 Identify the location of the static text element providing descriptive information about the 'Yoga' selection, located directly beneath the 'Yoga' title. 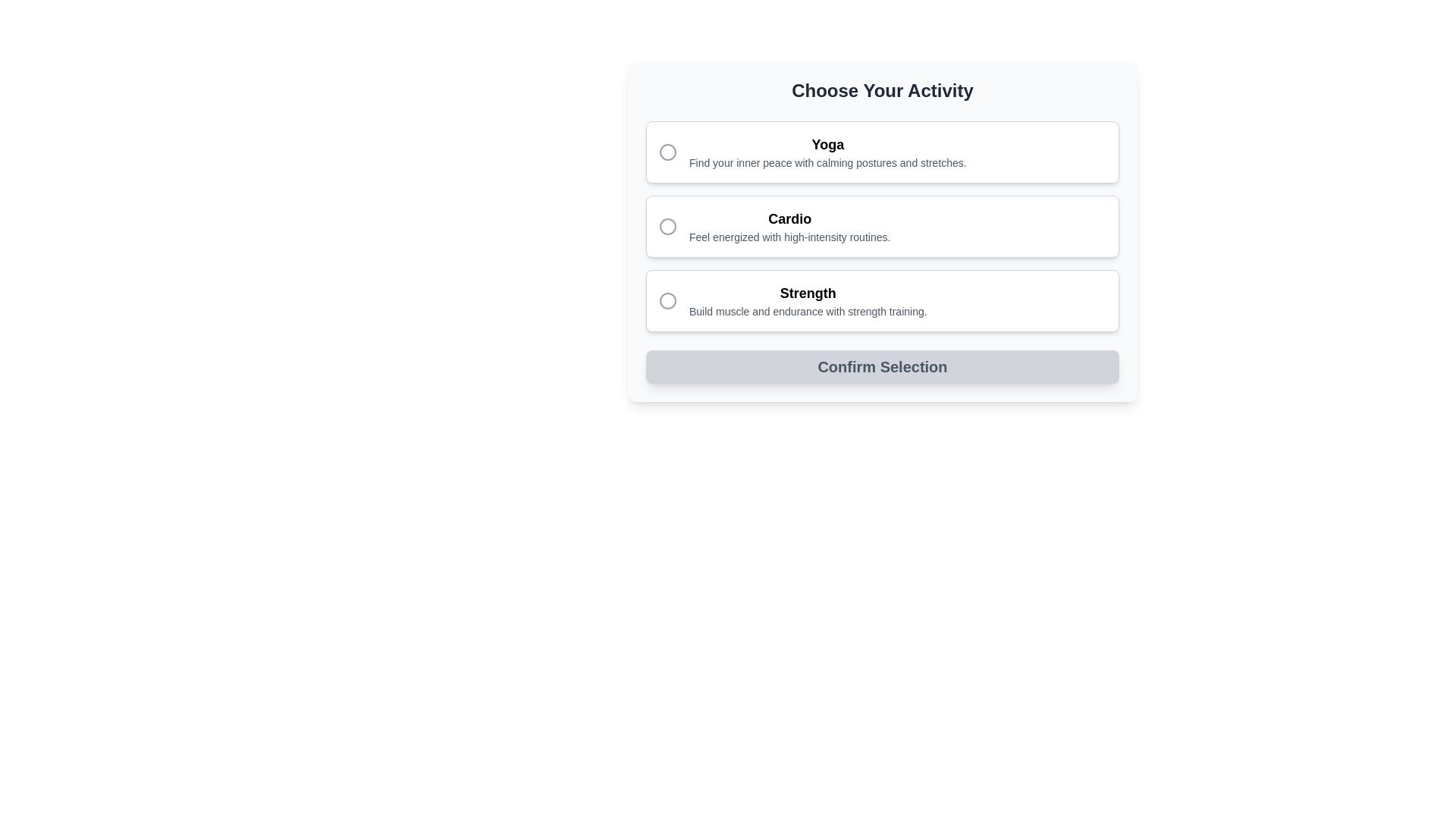
(827, 163).